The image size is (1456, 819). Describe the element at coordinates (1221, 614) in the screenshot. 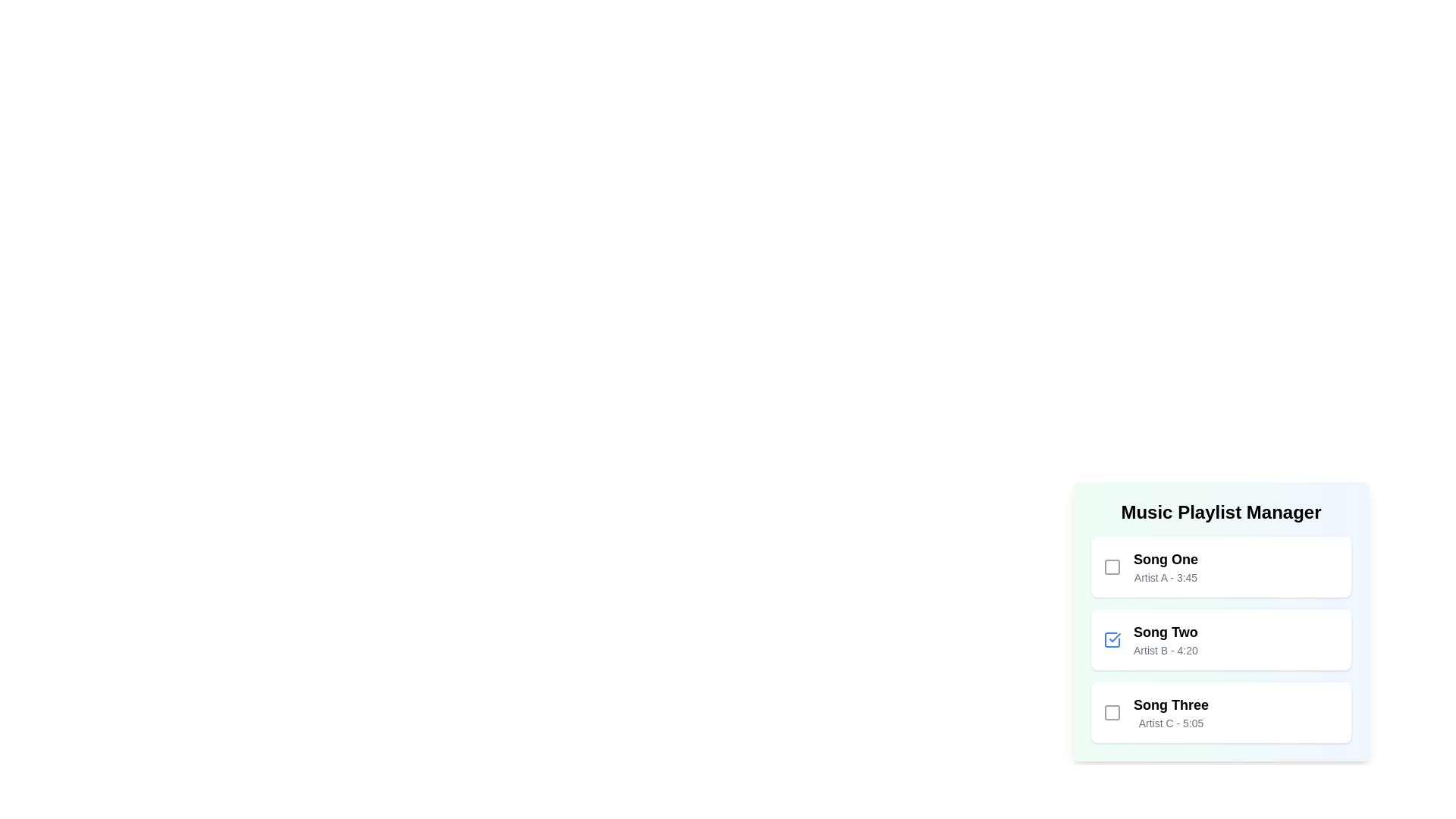

I see `the checkbox of the second playlist item, 'Song Two' by 'Artist B', in the Music Playlist Manager` at that location.